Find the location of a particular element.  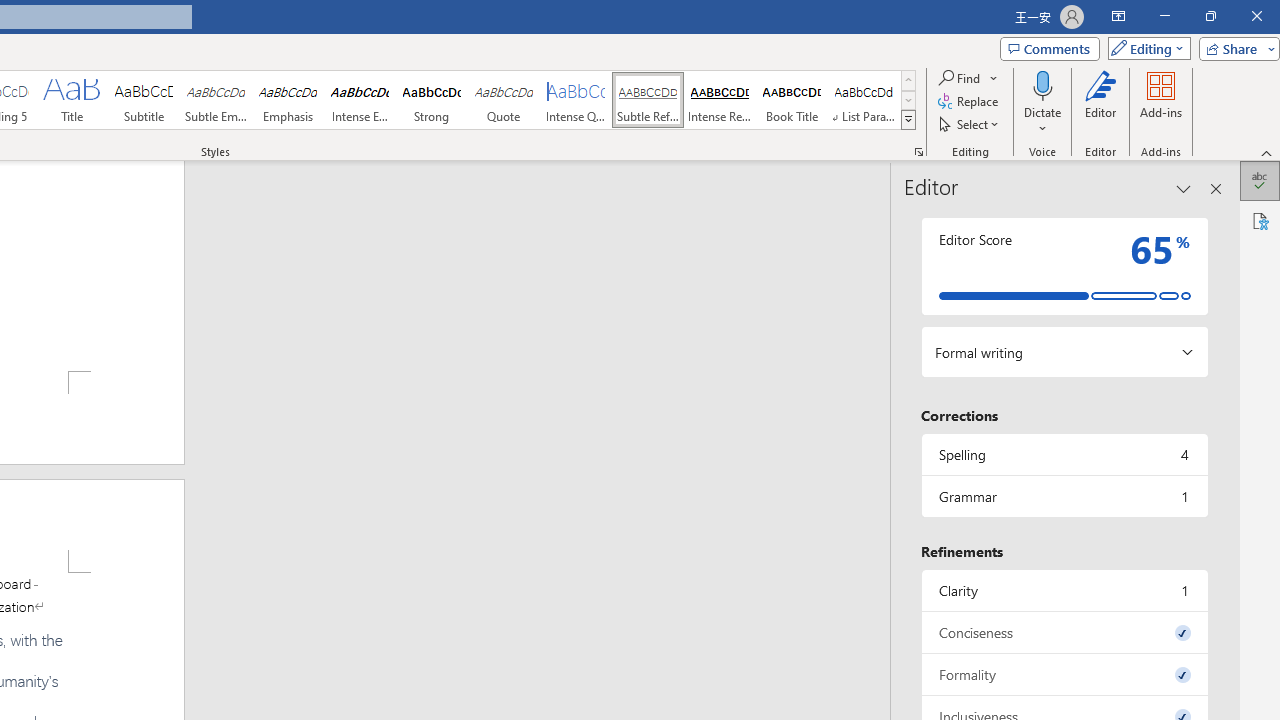

'Styles' is located at coordinates (907, 120).